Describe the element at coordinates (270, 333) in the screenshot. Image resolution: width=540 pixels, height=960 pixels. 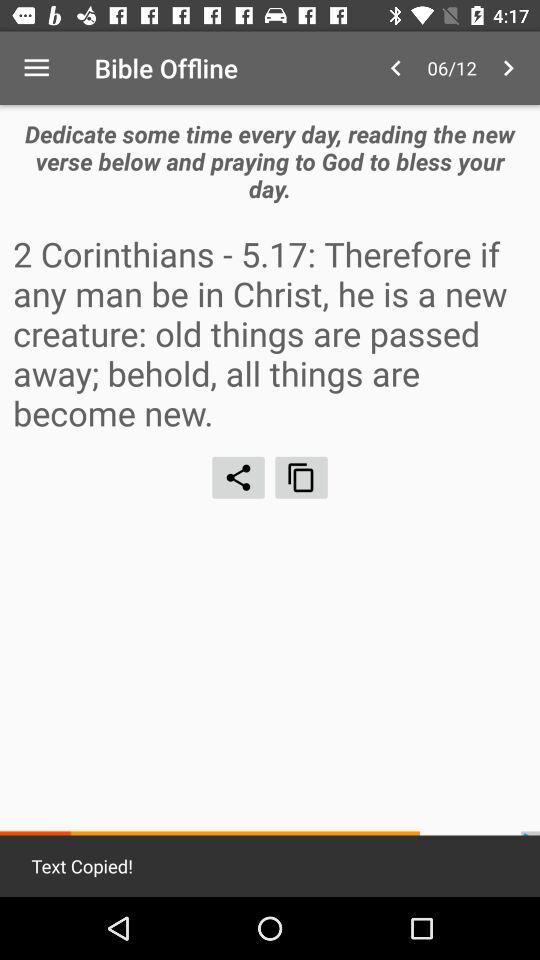
I see `item below dedicate some time icon` at that location.